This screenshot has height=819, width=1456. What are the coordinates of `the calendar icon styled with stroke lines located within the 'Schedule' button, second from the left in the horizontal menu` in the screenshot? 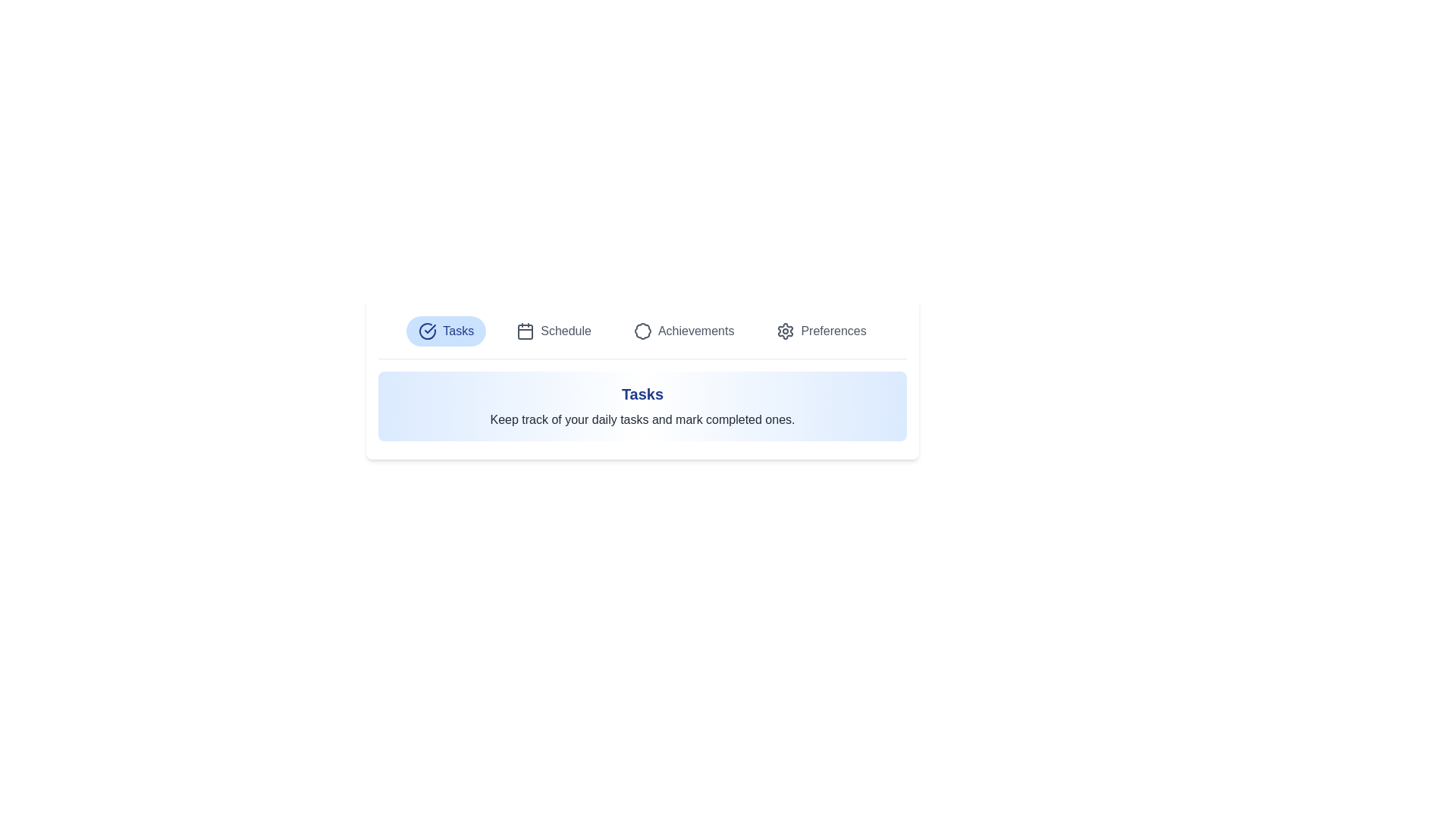 It's located at (526, 330).